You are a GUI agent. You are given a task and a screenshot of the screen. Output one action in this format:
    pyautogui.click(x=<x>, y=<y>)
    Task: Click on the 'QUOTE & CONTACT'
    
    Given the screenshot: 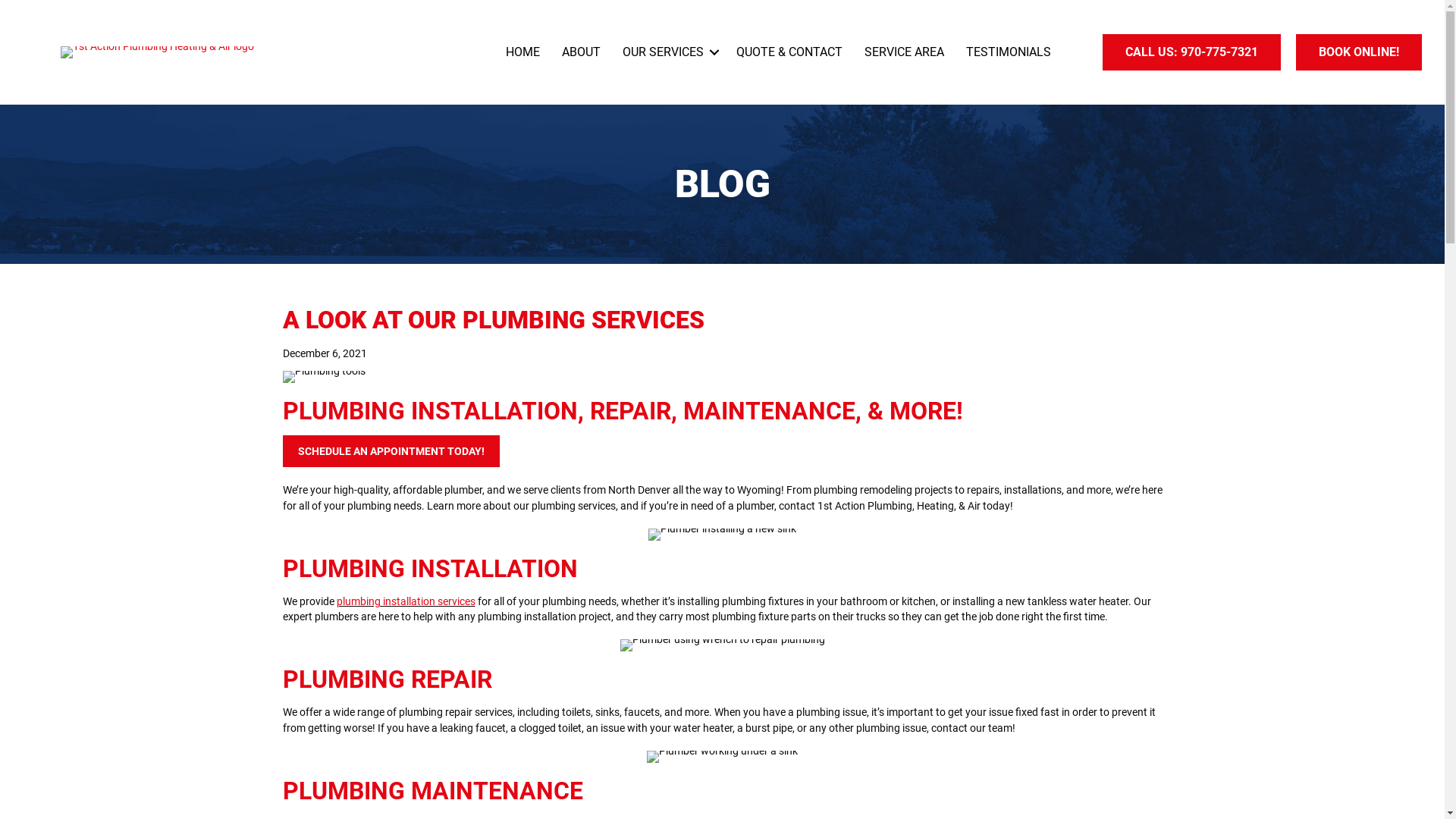 What is the action you would take?
    pyautogui.click(x=789, y=52)
    